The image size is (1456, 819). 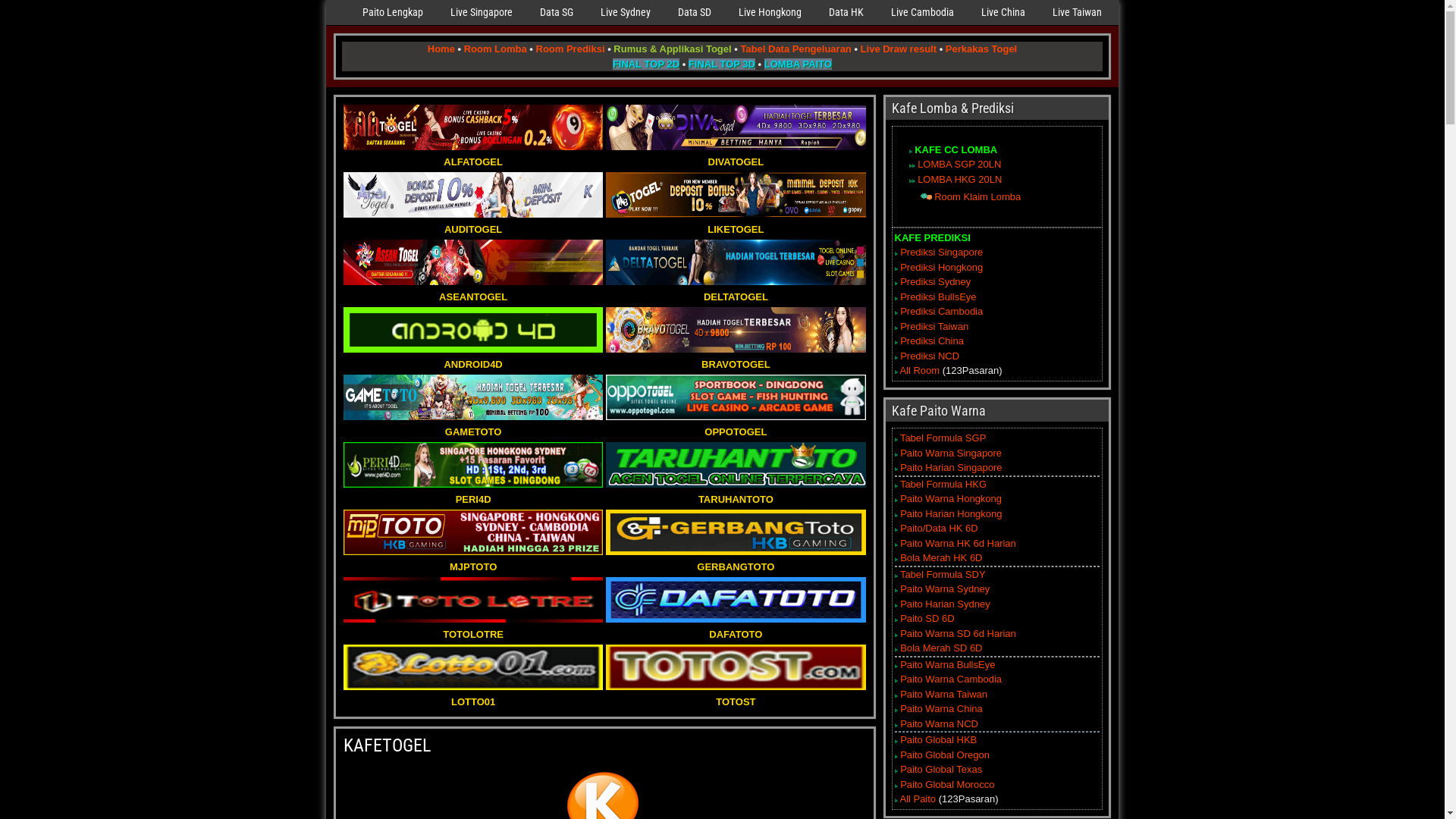 What do you see at coordinates (440, 48) in the screenshot?
I see `'Home'` at bounding box center [440, 48].